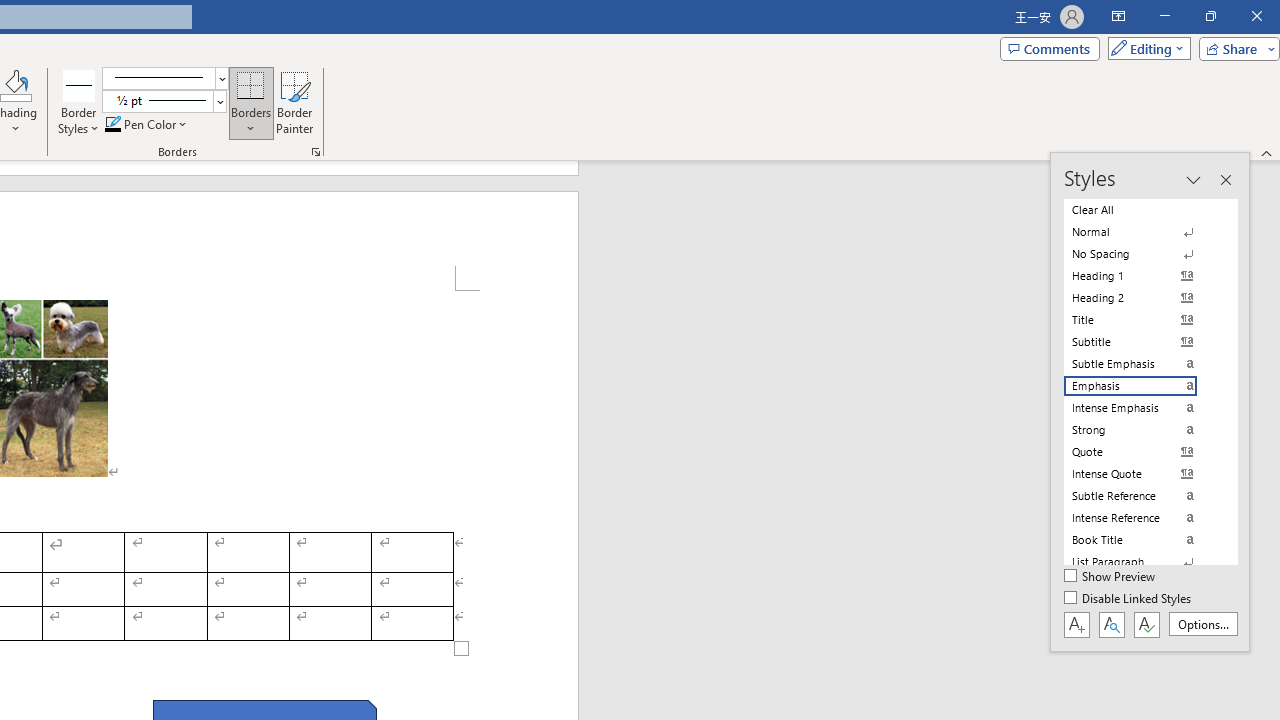 The width and height of the screenshot is (1280, 720). Describe the element at coordinates (1142, 474) in the screenshot. I see `'Intense Quote'` at that location.